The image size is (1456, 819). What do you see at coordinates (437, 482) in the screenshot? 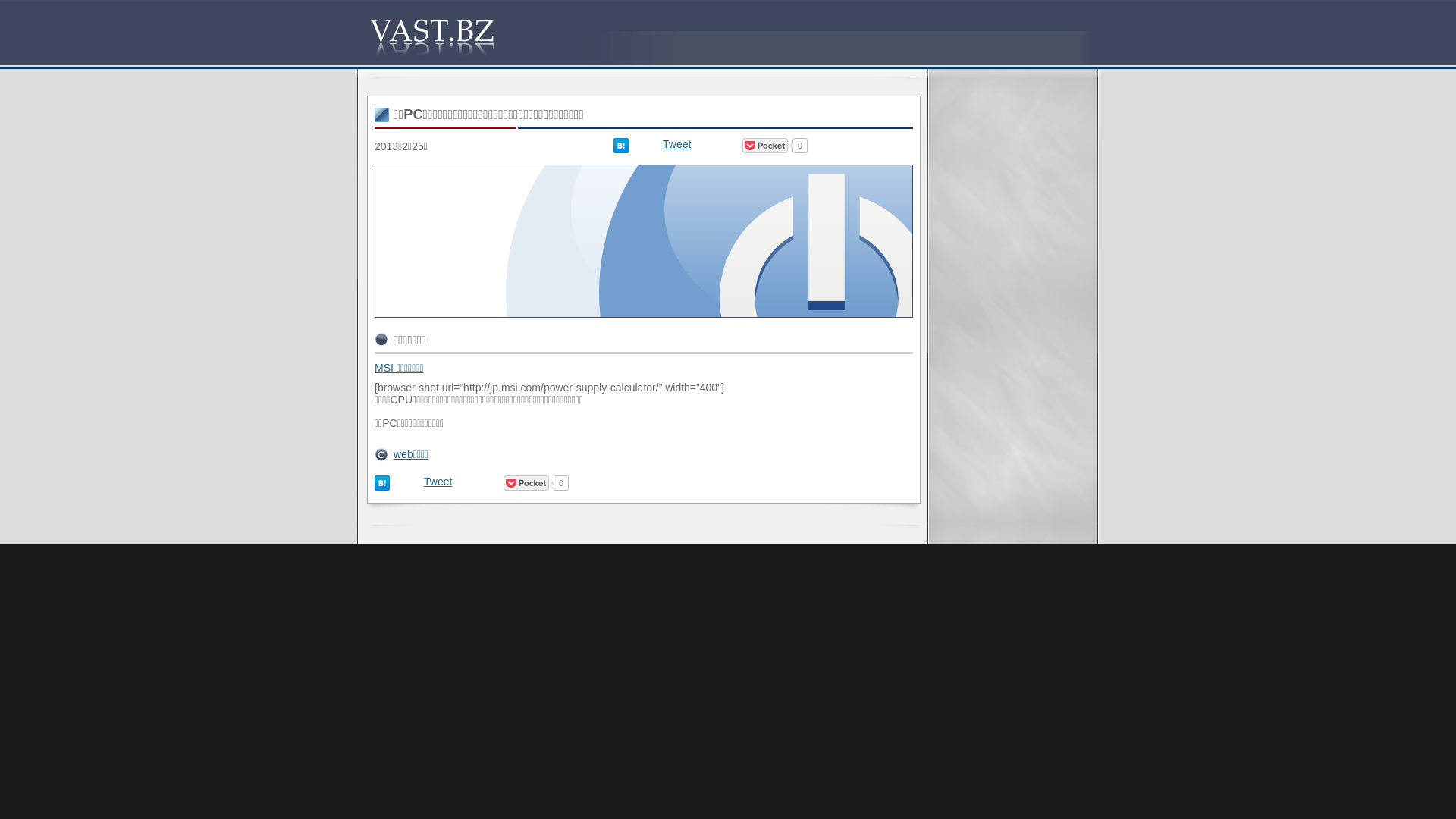
I see `'Tweet'` at bounding box center [437, 482].